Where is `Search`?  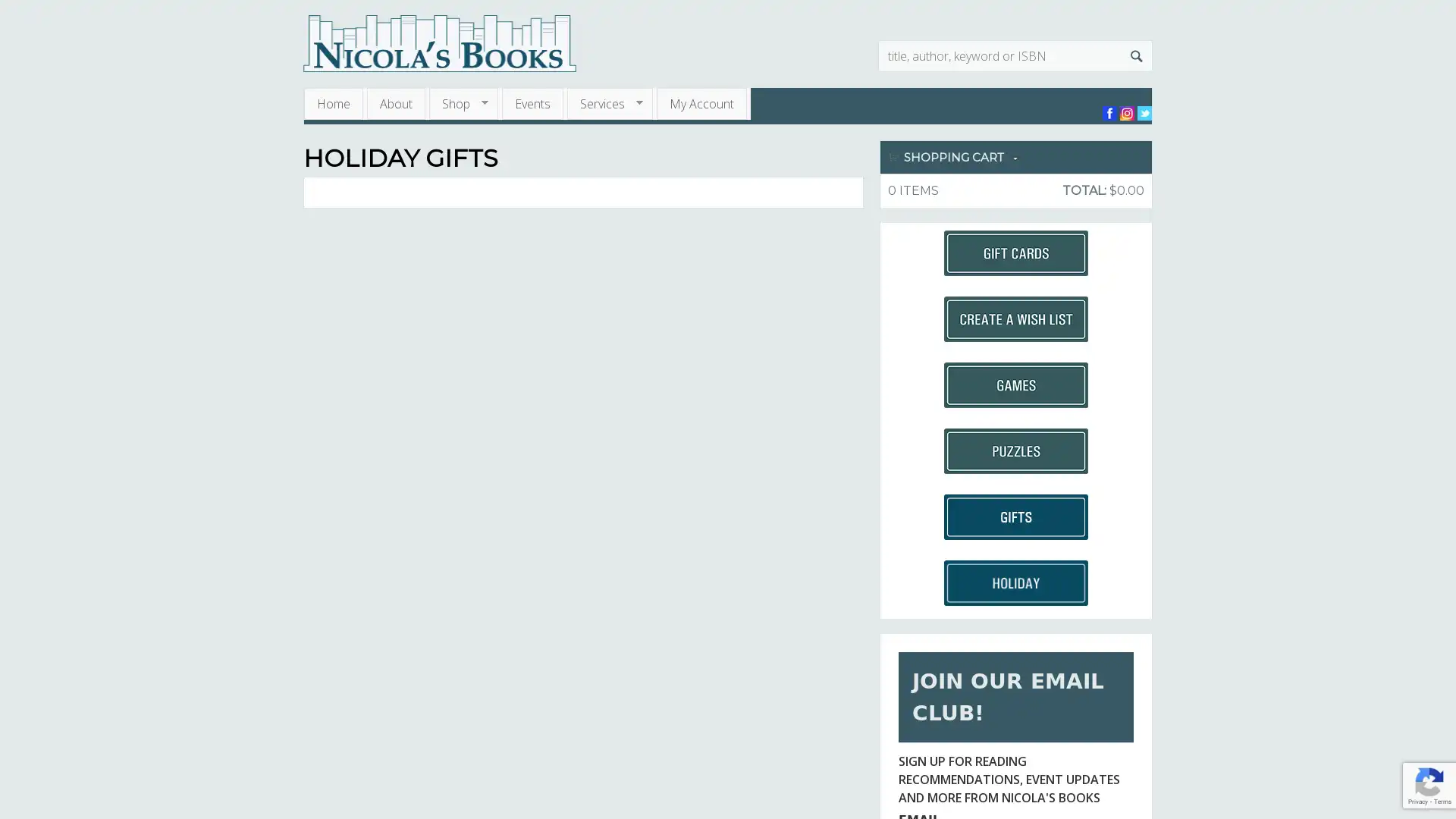
Search is located at coordinates (1136, 55).